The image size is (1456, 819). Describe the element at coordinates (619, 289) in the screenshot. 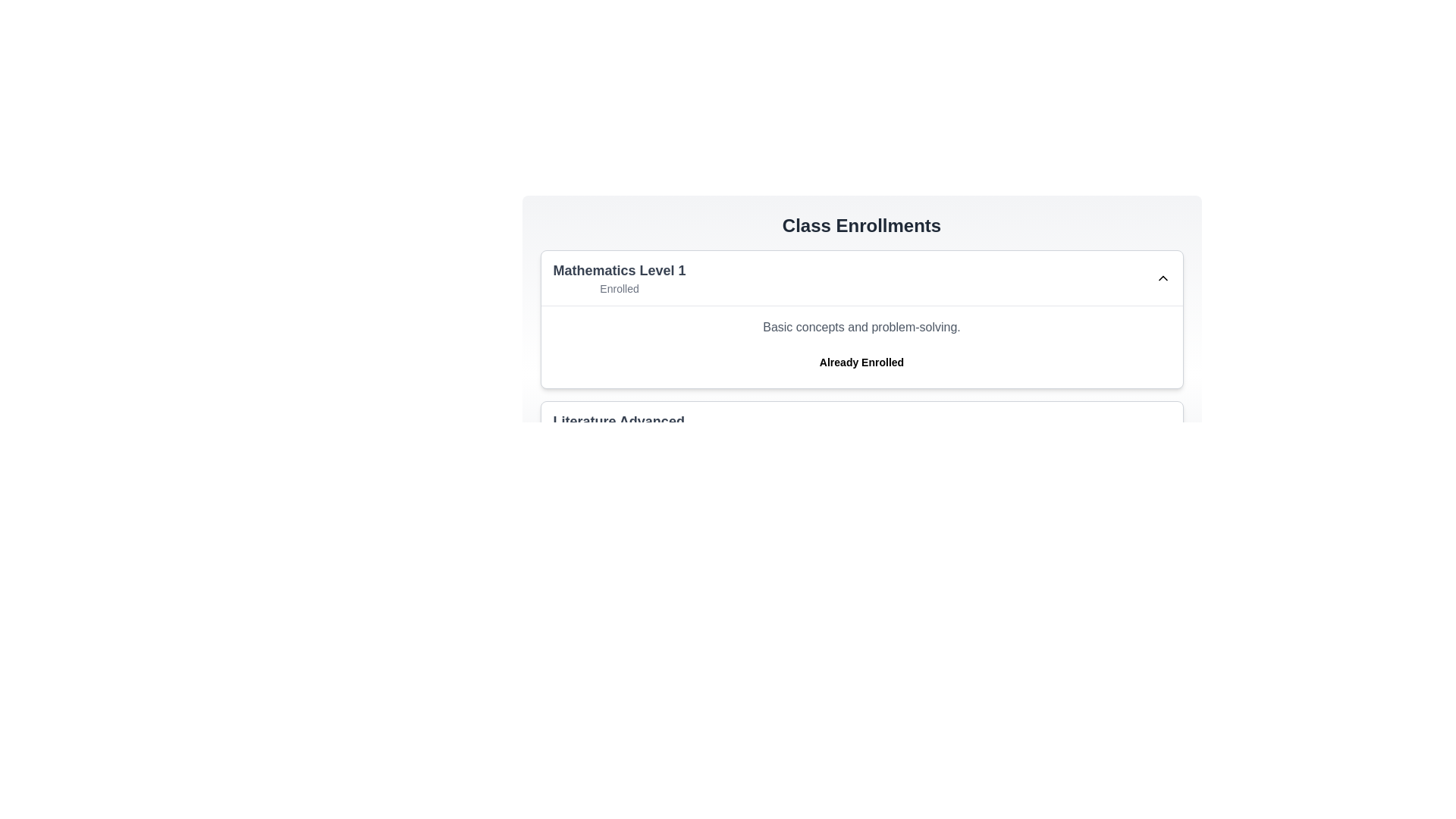

I see `the small gray text label labeled 'Enrolled' located beneath the title 'Mathematics Level 1'` at that location.